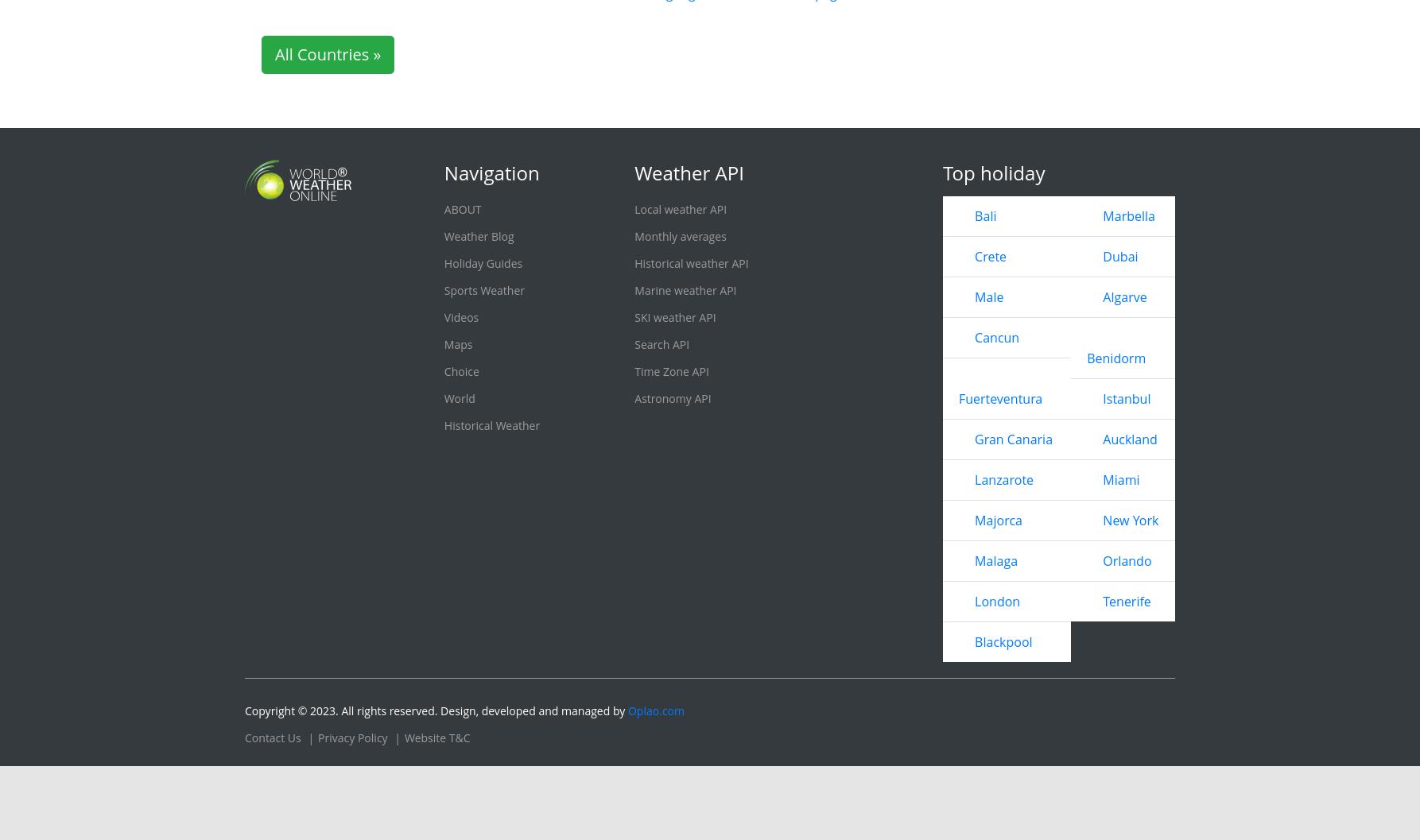  I want to click on 'Winnipeg', so click(808, 228).